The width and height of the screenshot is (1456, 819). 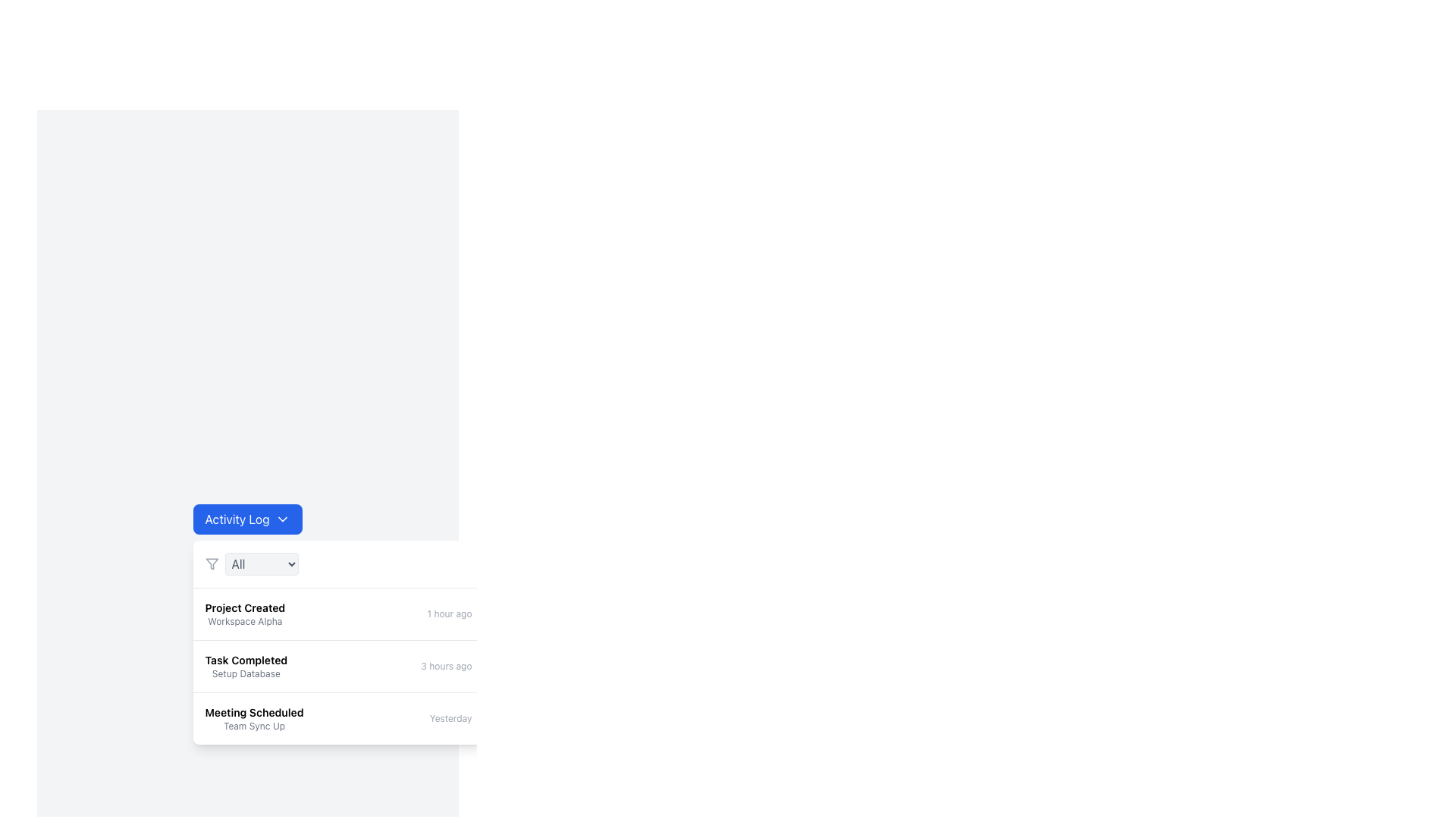 I want to click on the text label reading 'Workspace Alpha' which is styled in a small font size and light gray color, located beneath the 'Project Created' text label in the 'Activity Log' dropdown list, so click(x=245, y=622).